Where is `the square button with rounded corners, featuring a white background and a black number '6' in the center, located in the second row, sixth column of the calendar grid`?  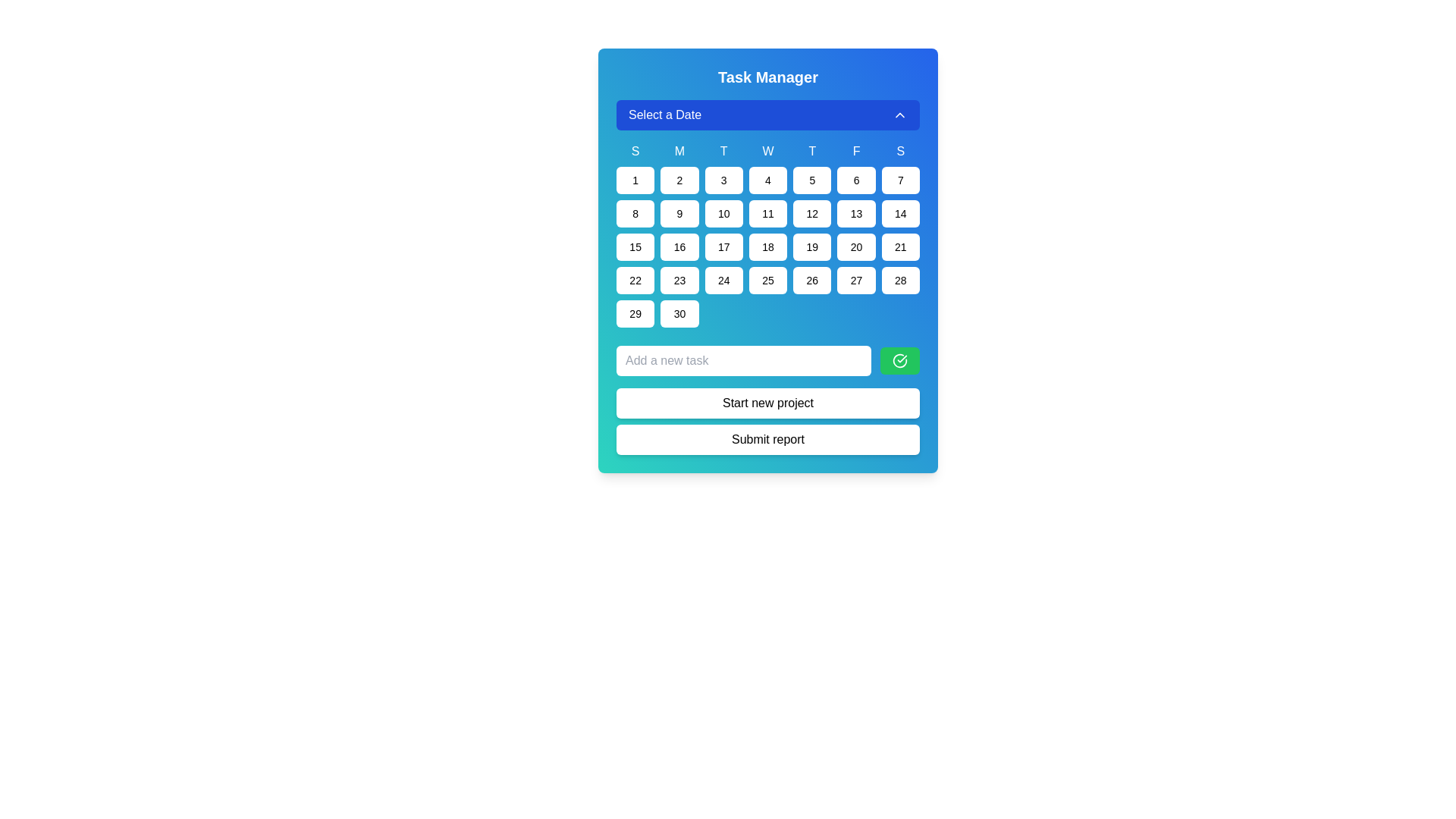
the square button with rounded corners, featuring a white background and a black number '6' in the center, located in the second row, sixth column of the calendar grid is located at coordinates (856, 180).